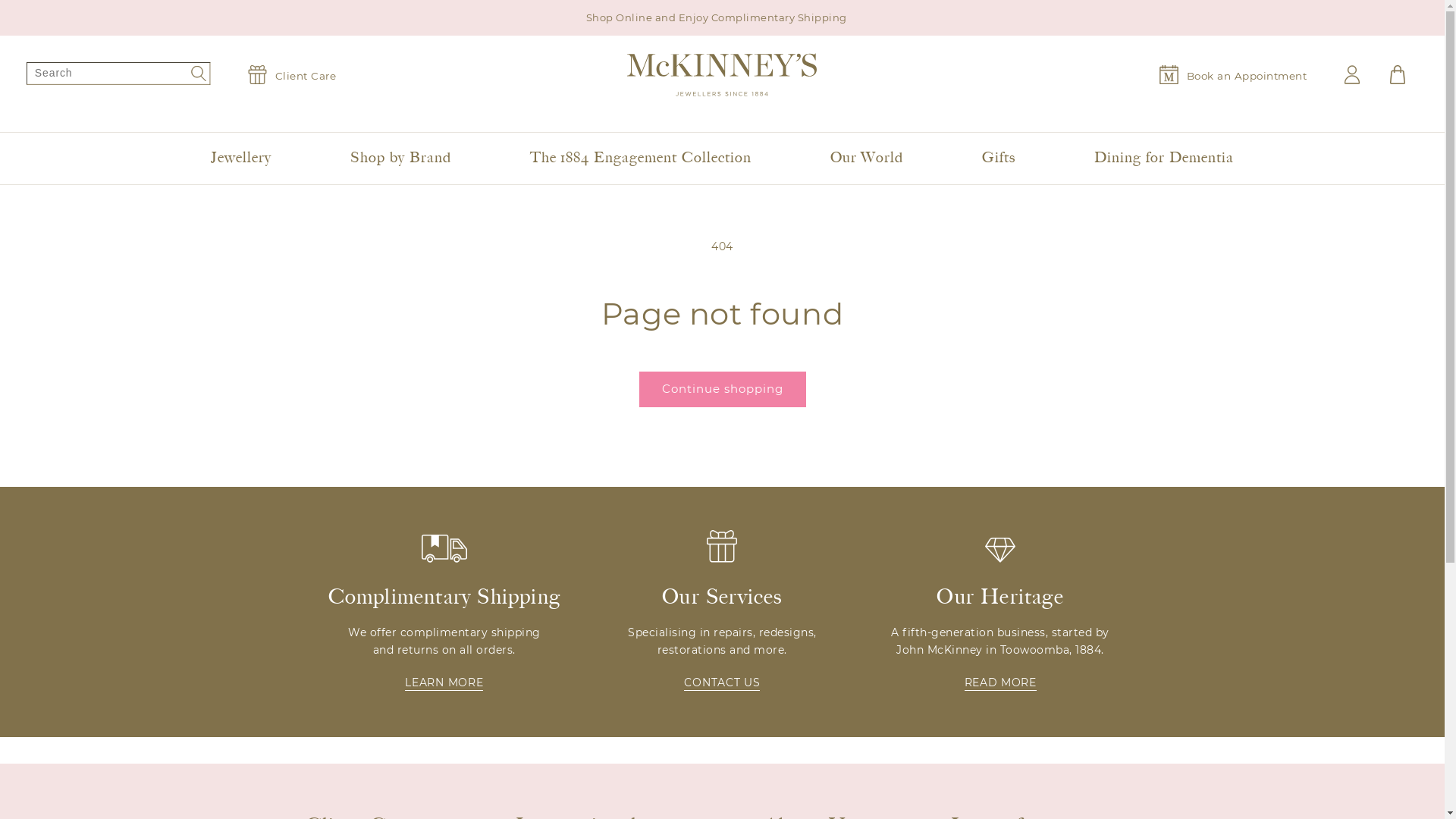  Describe the element at coordinates (1344, 74) in the screenshot. I see `'Log in'` at that location.